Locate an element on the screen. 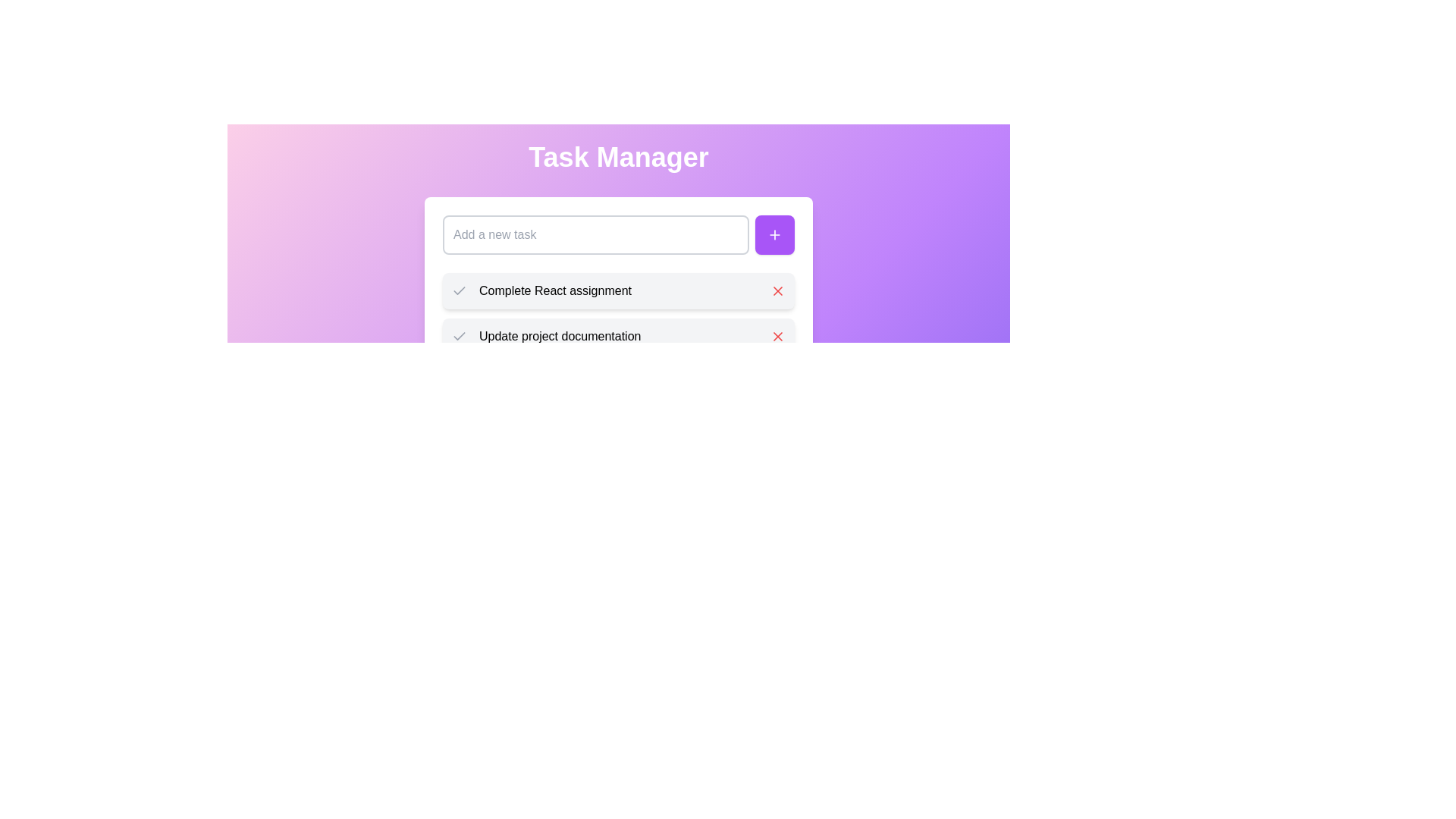 Image resolution: width=1456 pixels, height=819 pixels. the text label titled 'Complete React assignment' in the task manager, which is located between a checkmark icon on the left and a delete icon on the right is located at coordinates (625, 291).